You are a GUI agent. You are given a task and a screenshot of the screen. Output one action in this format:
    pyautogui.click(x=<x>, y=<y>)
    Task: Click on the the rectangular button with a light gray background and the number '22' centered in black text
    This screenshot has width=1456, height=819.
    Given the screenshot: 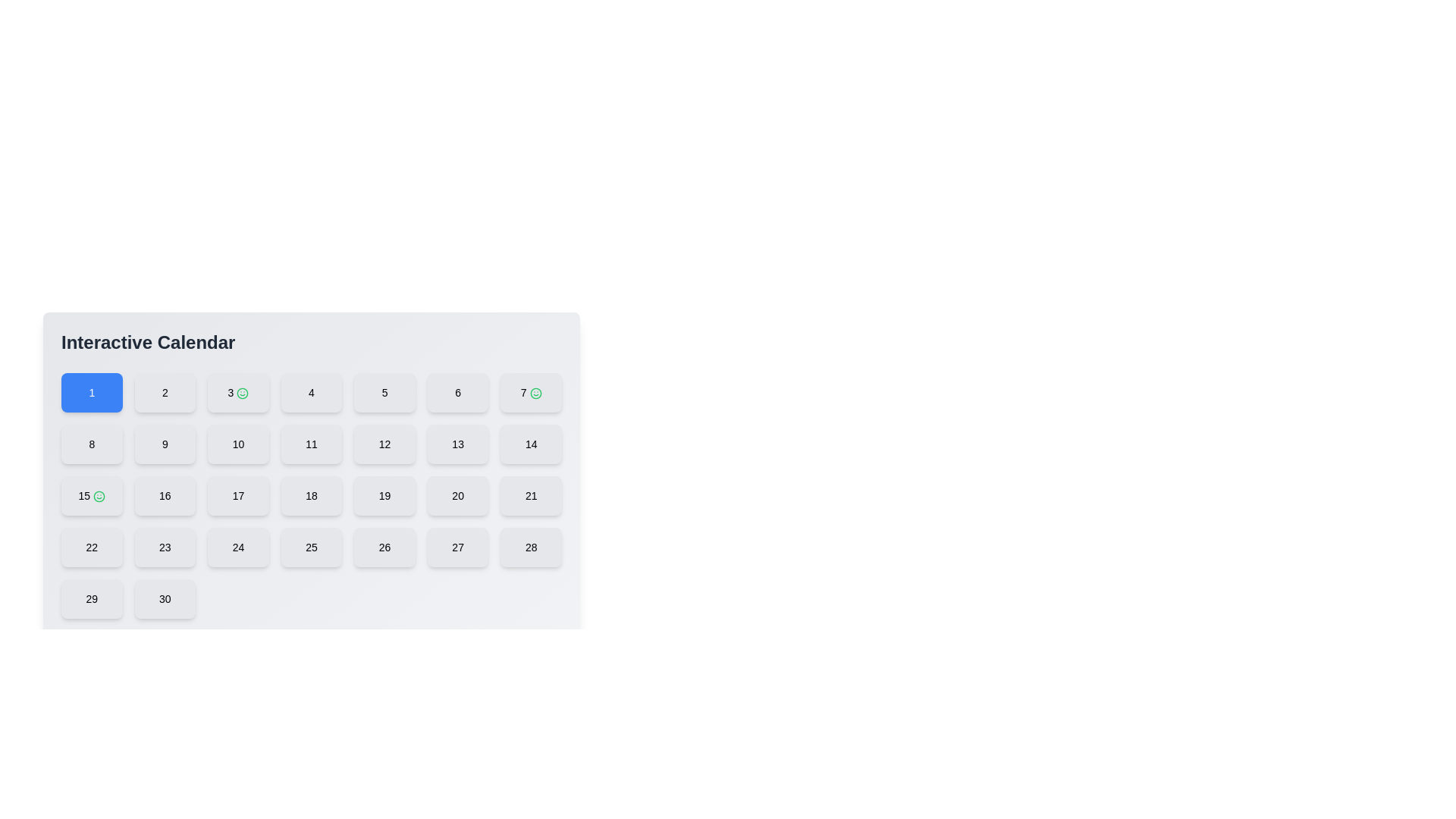 What is the action you would take?
    pyautogui.click(x=91, y=547)
    